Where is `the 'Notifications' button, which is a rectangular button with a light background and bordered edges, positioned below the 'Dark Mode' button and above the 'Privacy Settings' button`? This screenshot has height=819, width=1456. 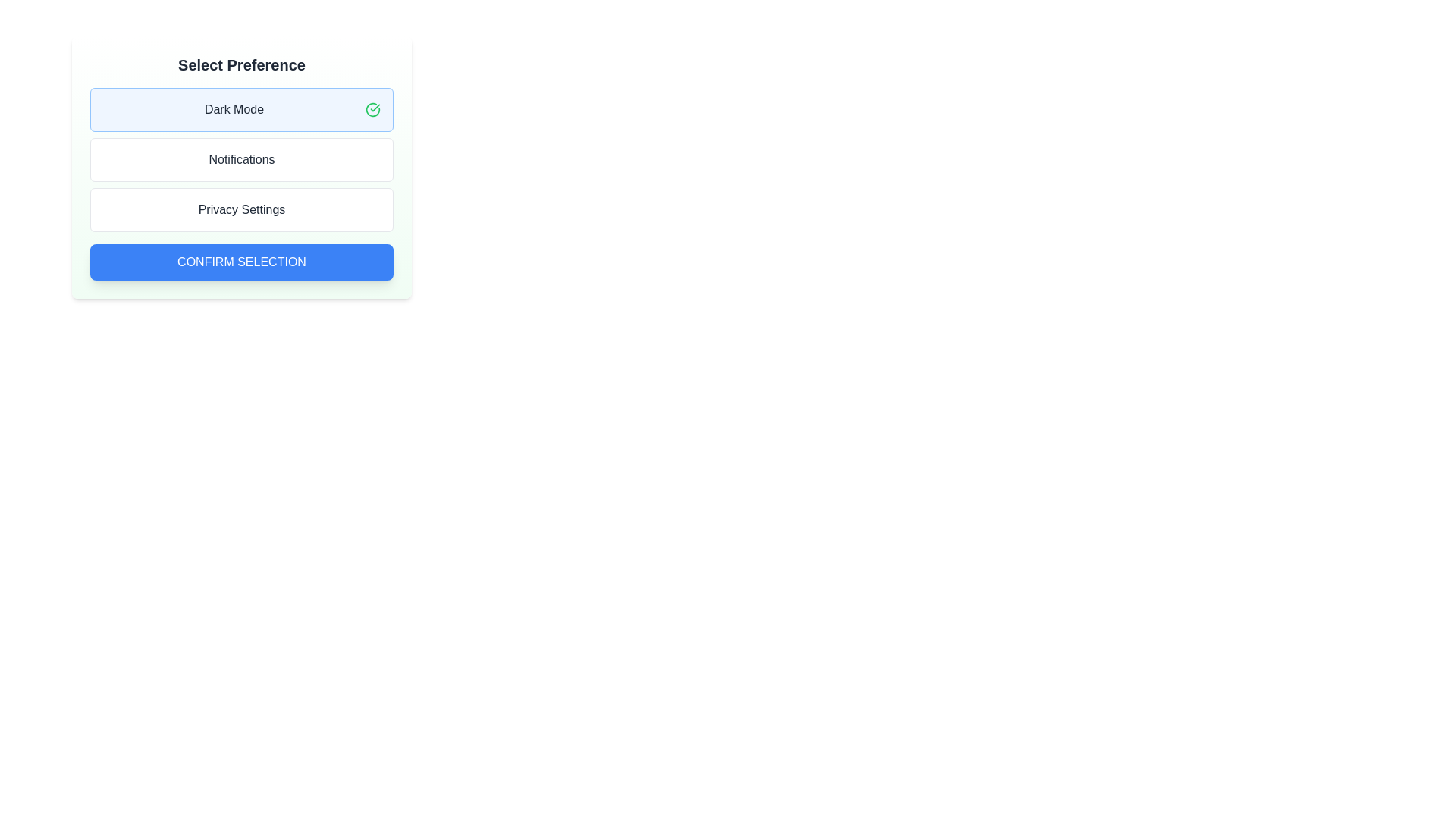 the 'Notifications' button, which is a rectangular button with a light background and bordered edges, positioned below the 'Dark Mode' button and above the 'Privacy Settings' button is located at coordinates (240, 160).